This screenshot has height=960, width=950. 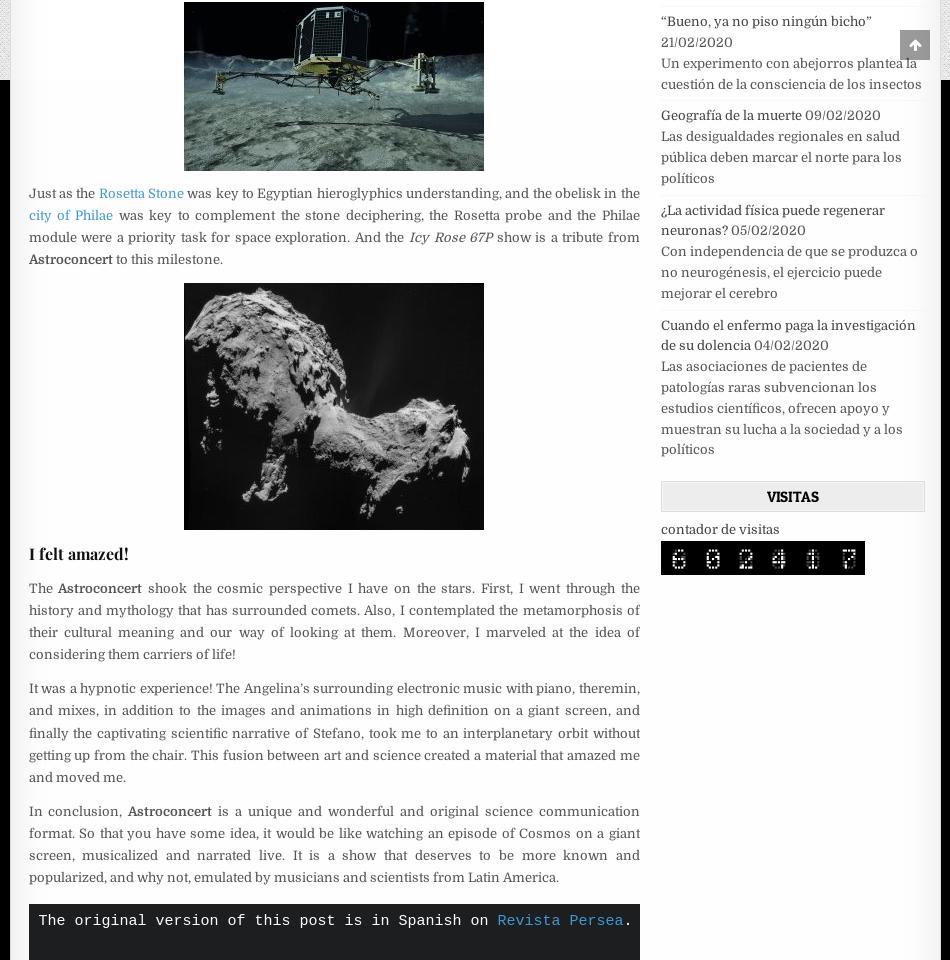 I want to click on '¿La actividad física puede regenerar neuronas?', so click(x=770, y=220).